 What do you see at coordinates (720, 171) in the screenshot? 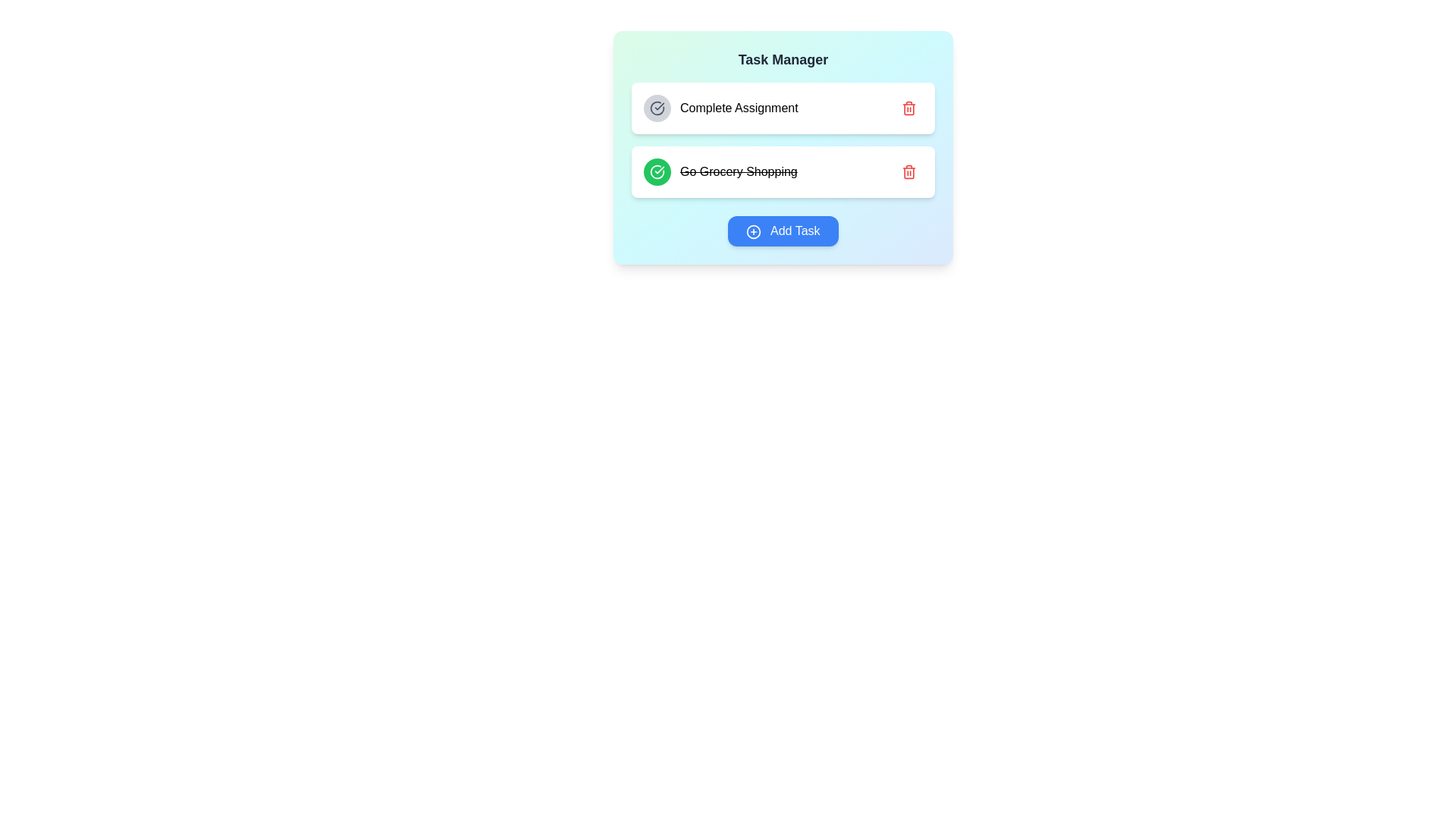
I see `the completed task item with strikethrough style, which is the second item in the vertical list of tasks in the task manager interface` at bounding box center [720, 171].